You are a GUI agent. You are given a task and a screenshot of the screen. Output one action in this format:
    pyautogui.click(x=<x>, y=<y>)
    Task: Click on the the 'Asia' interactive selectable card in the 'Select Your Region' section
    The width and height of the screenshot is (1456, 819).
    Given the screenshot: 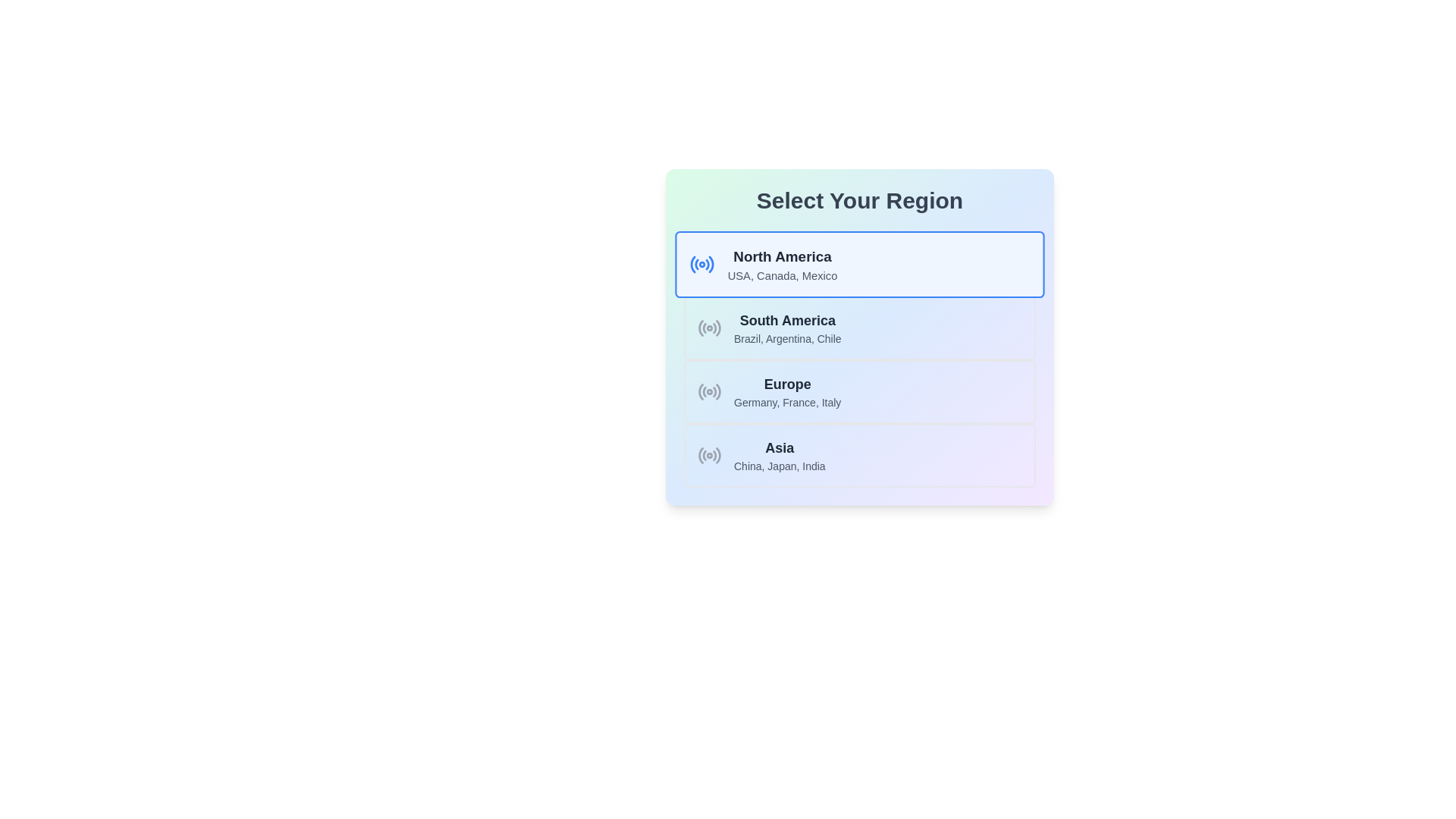 What is the action you would take?
    pyautogui.click(x=859, y=455)
    